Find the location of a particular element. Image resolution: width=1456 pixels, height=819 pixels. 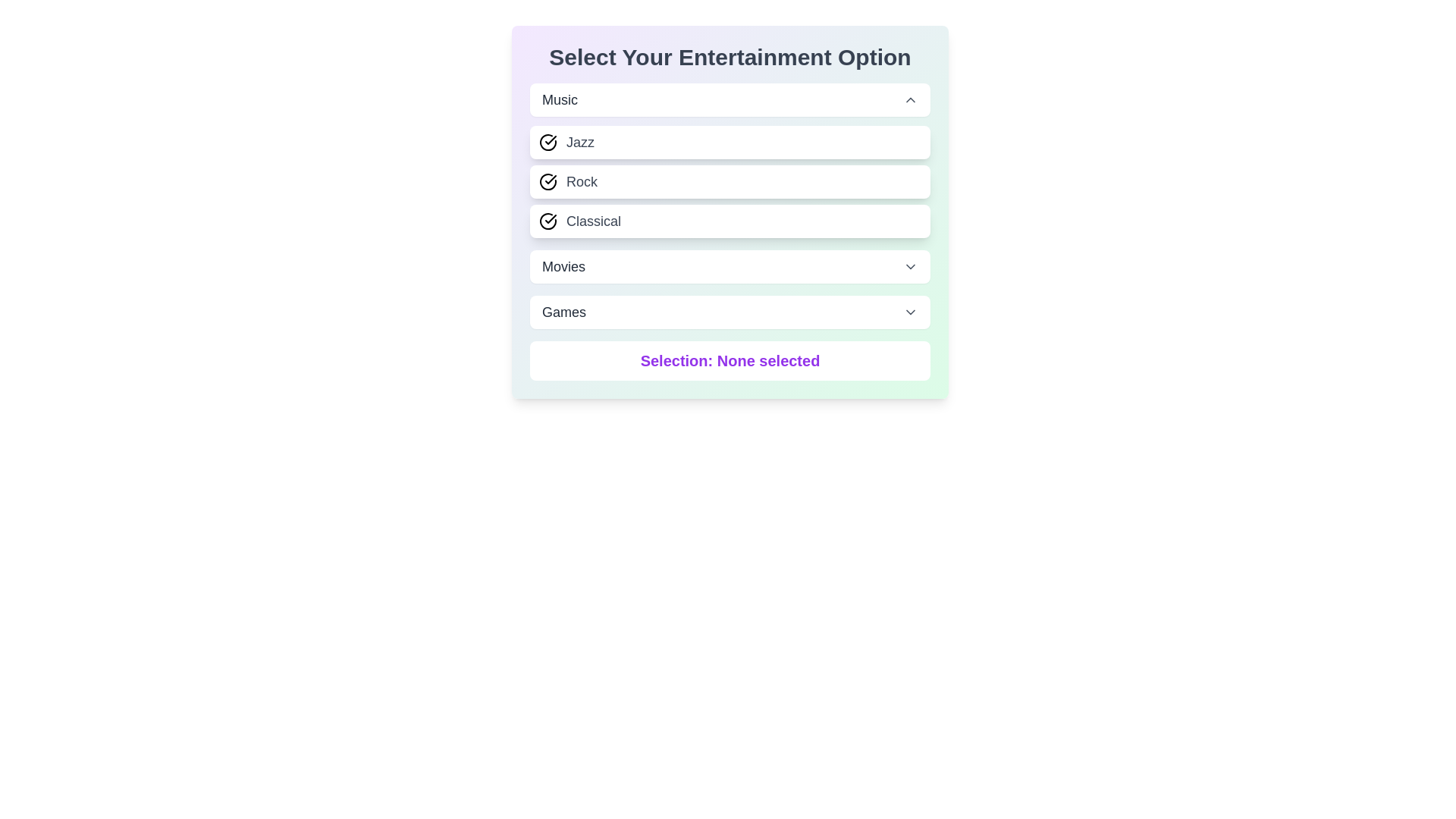

the checkmark icon indicating that the 'Jazz' option is selected within the checkbox UI element for the Music category is located at coordinates (550, 140).